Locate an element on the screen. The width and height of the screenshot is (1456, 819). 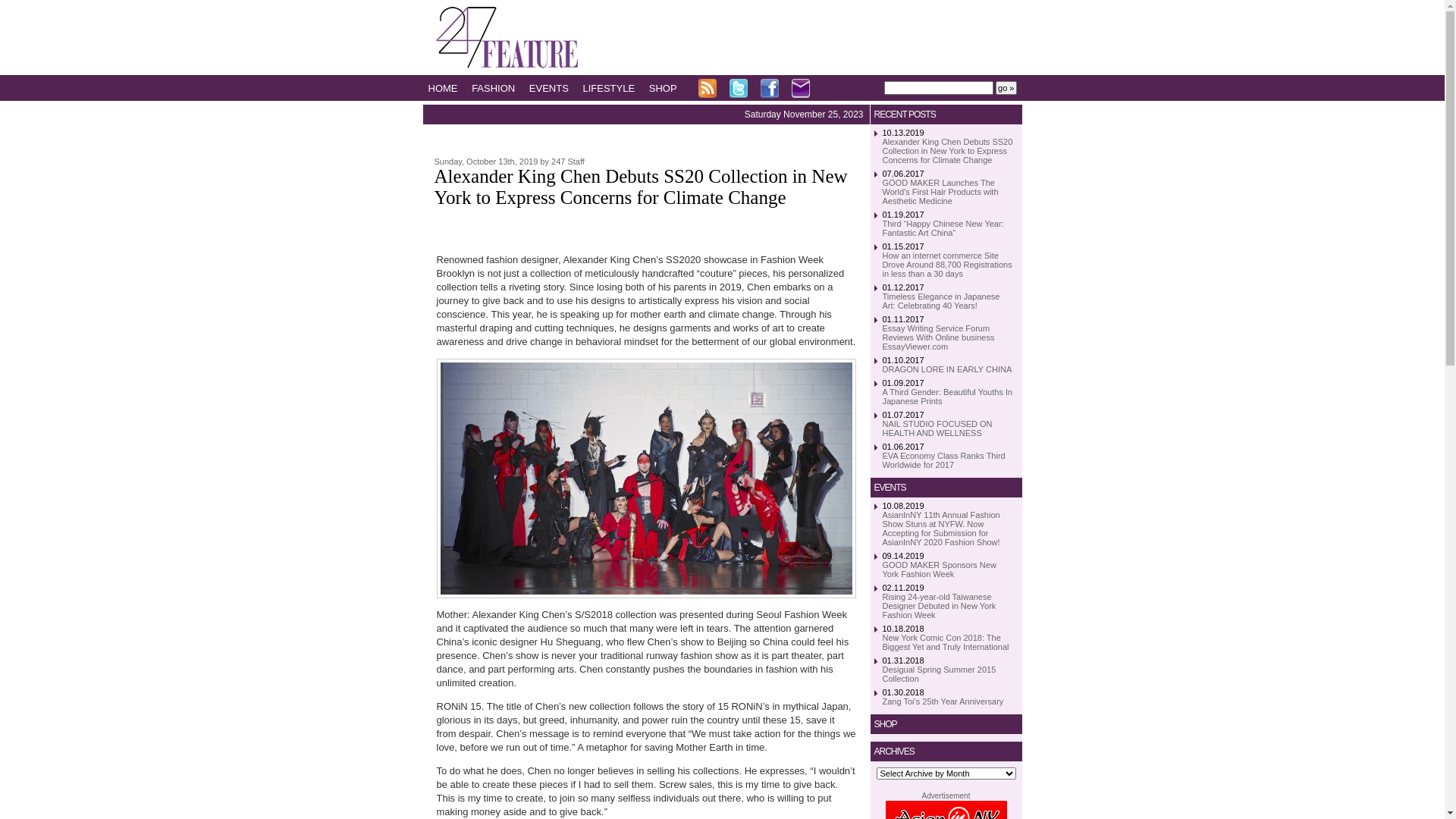
'HOME' is located at coordinates (427, 87).